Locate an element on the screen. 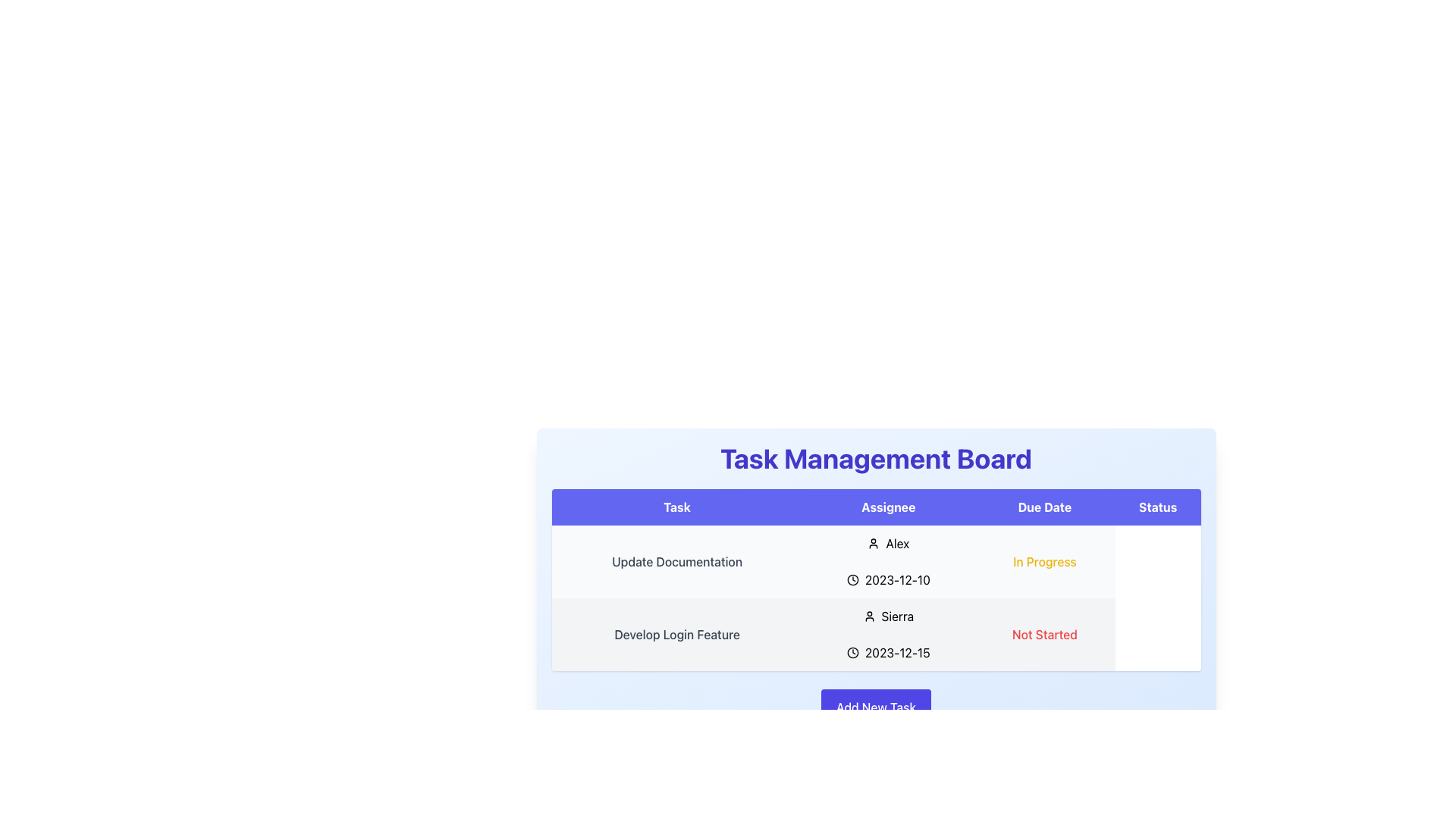 Image resolution: width=1456 pixels, height=819 pixels. label of the header cell with a blue background and white text reading 'Assignee' in the table layout is located at coordinates (888, 507).